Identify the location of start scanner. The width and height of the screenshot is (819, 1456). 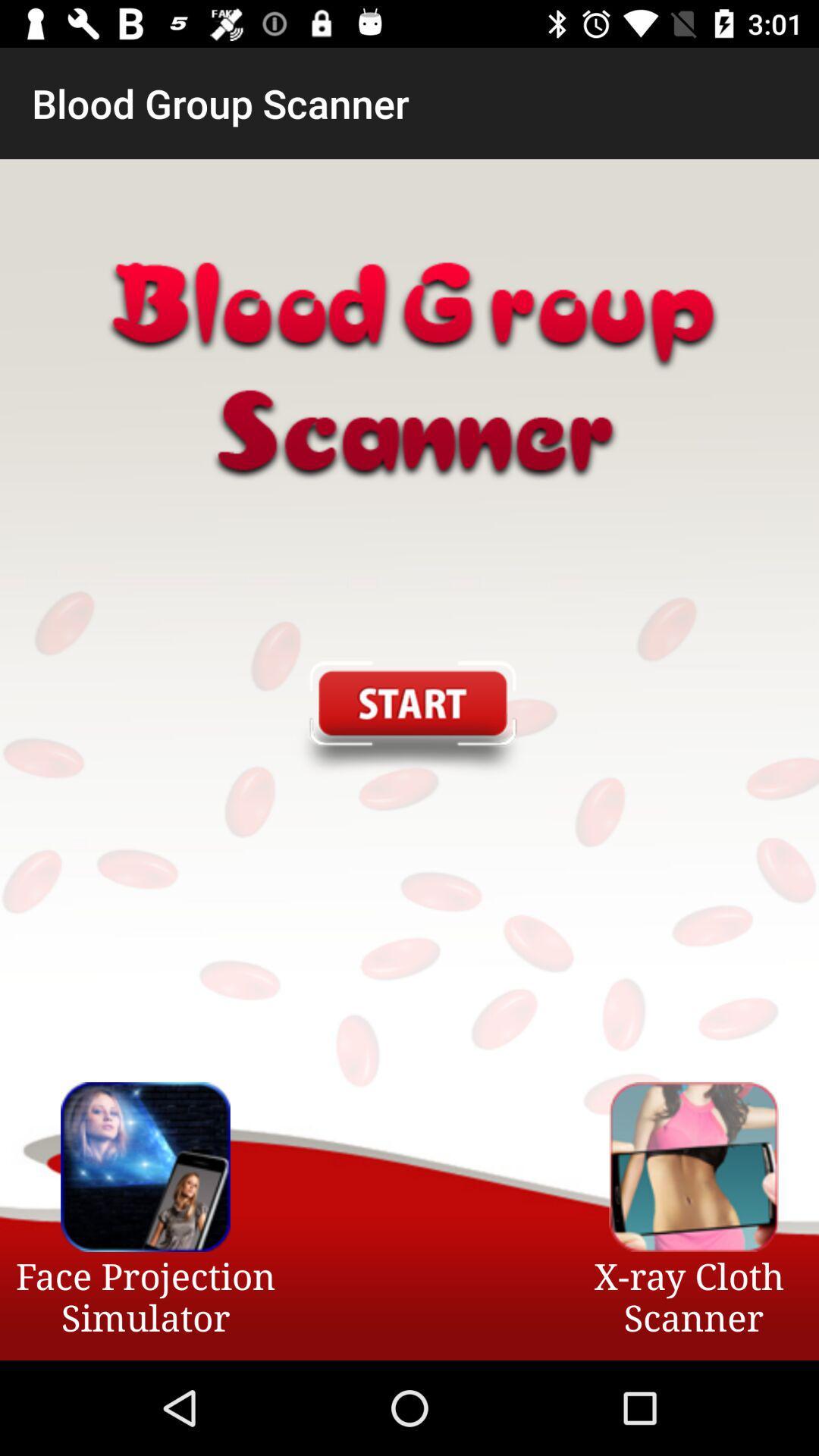
(408, 719).